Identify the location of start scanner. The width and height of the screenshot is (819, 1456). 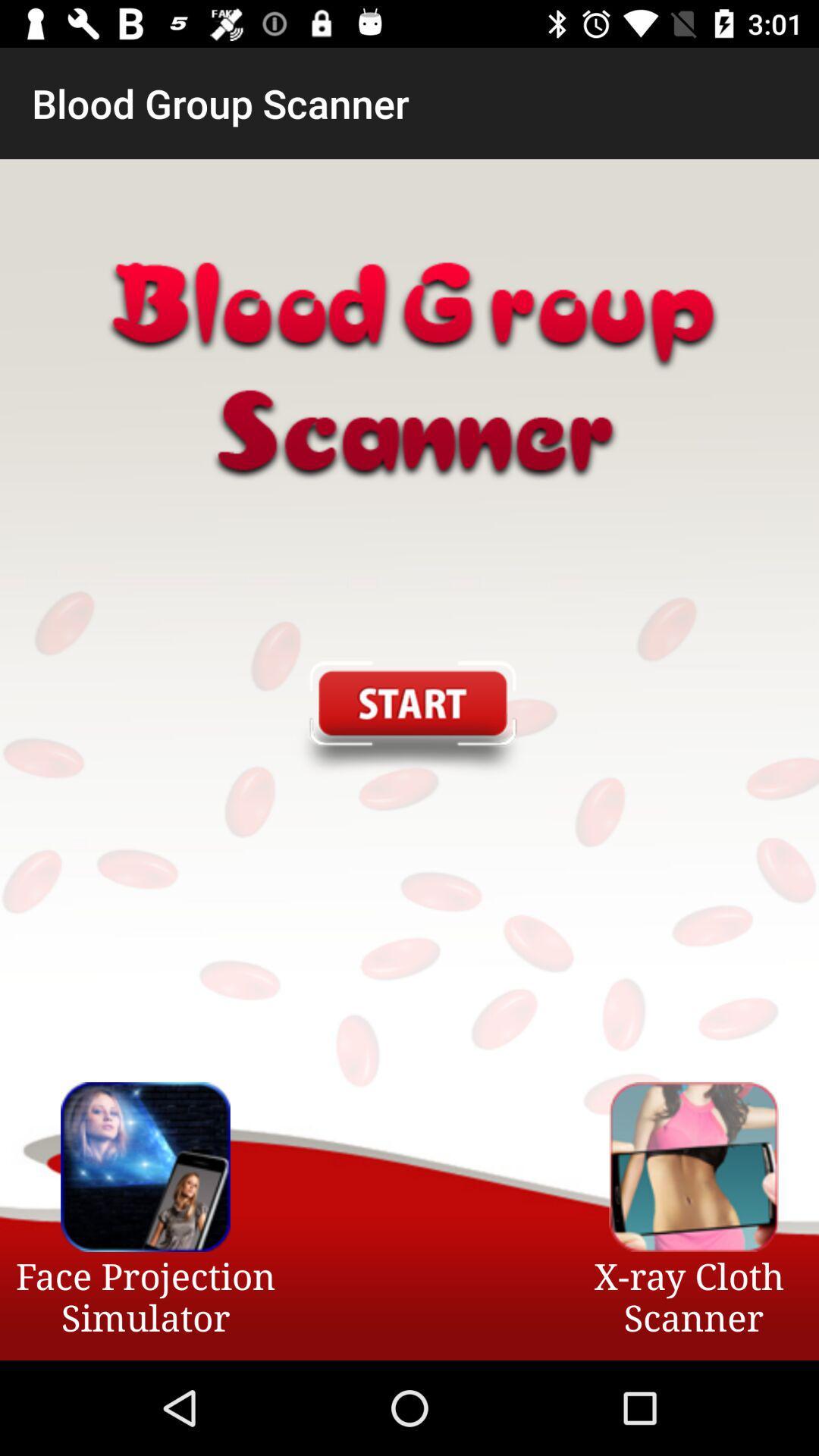
(408, 719).